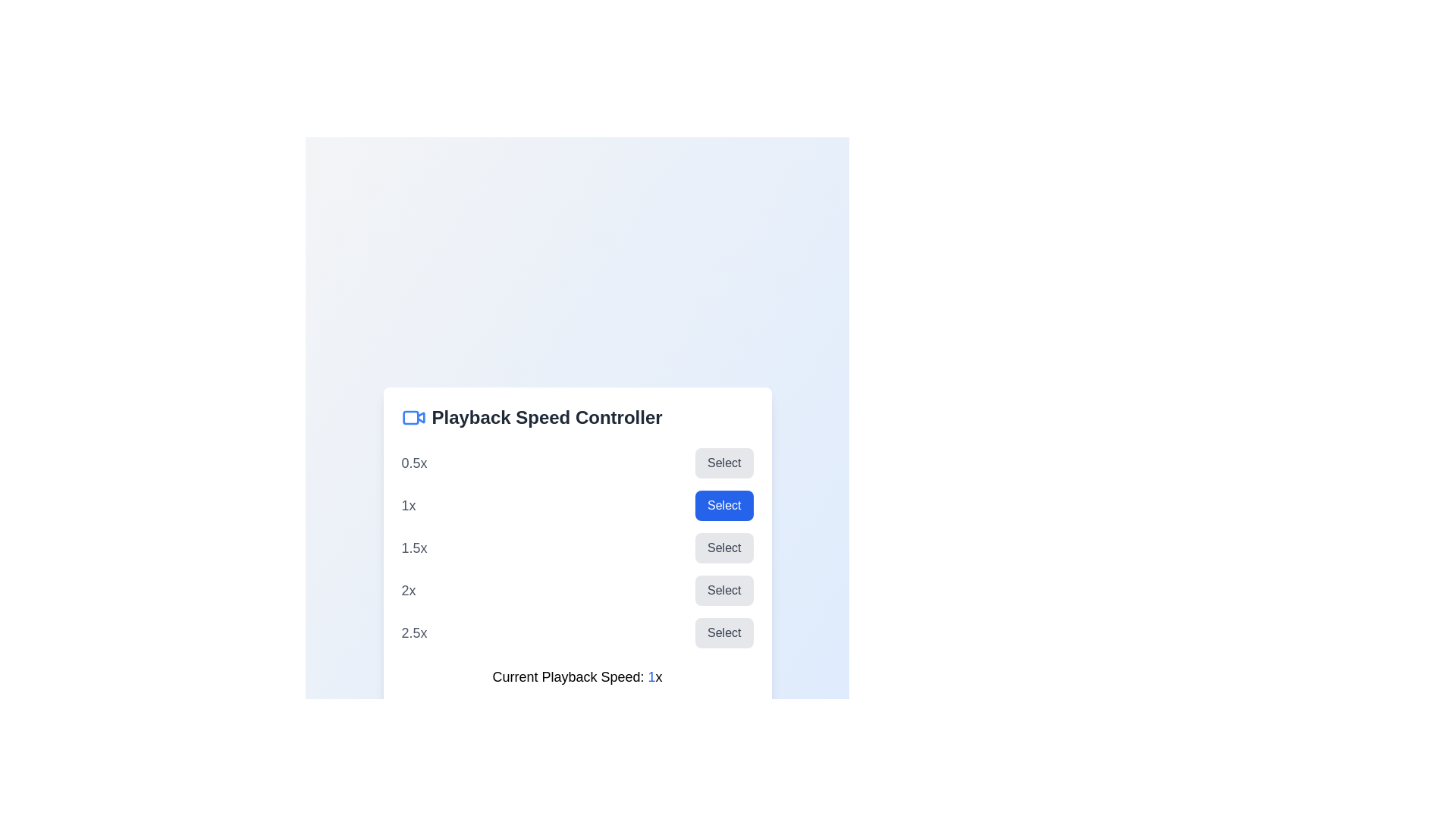 The height and width of the screenshot is (819, 1456). Describe the element at coordinates (723, 462) in the screenshot. I see `the 'Select' button with a light gray background to set the playback speed` at that location.